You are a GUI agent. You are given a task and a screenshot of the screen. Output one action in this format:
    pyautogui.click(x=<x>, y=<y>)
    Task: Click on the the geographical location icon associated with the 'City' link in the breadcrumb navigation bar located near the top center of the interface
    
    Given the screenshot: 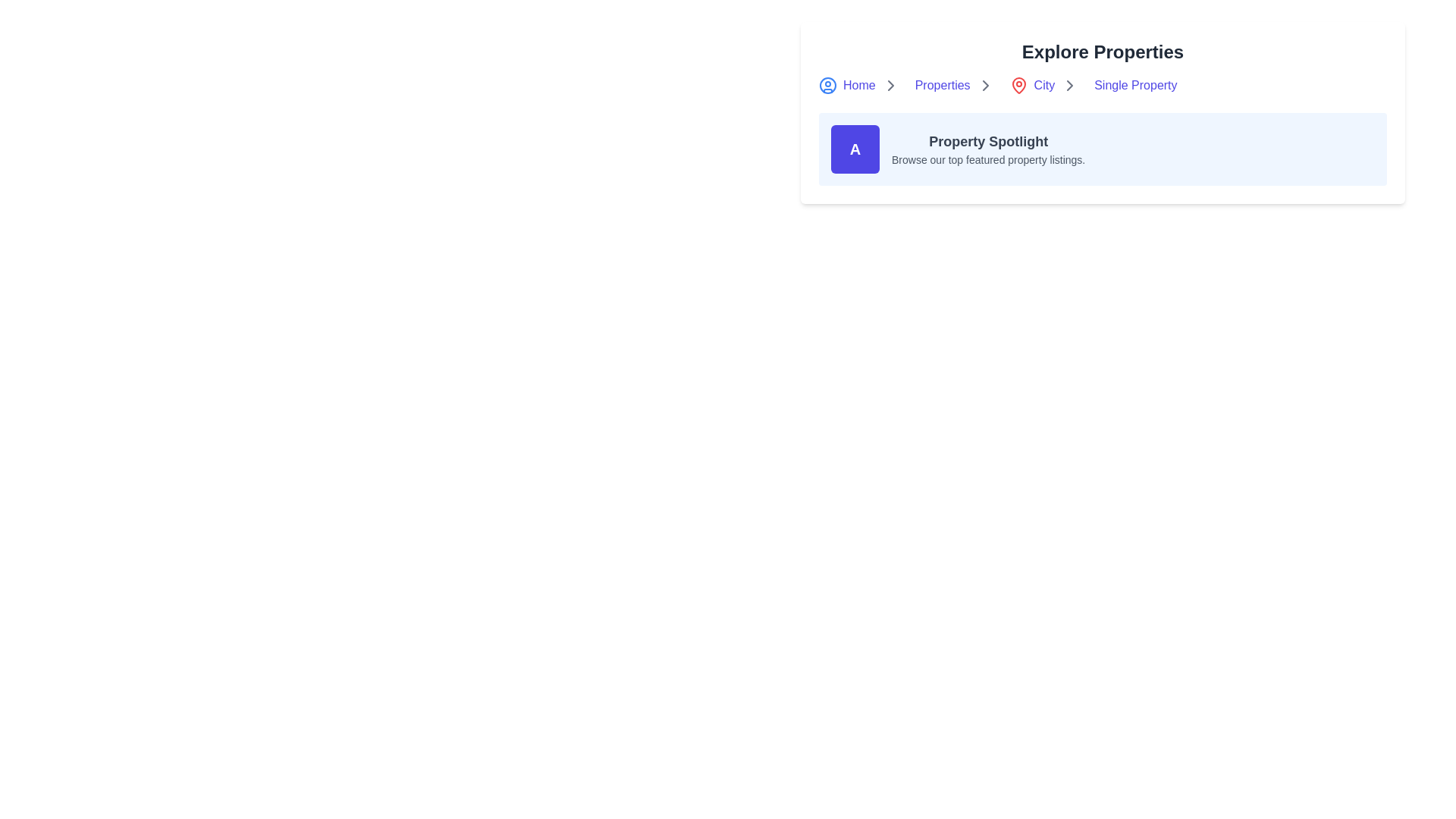 What is the action you would take?
    pyautogui.click(x=1021, y=85)
    